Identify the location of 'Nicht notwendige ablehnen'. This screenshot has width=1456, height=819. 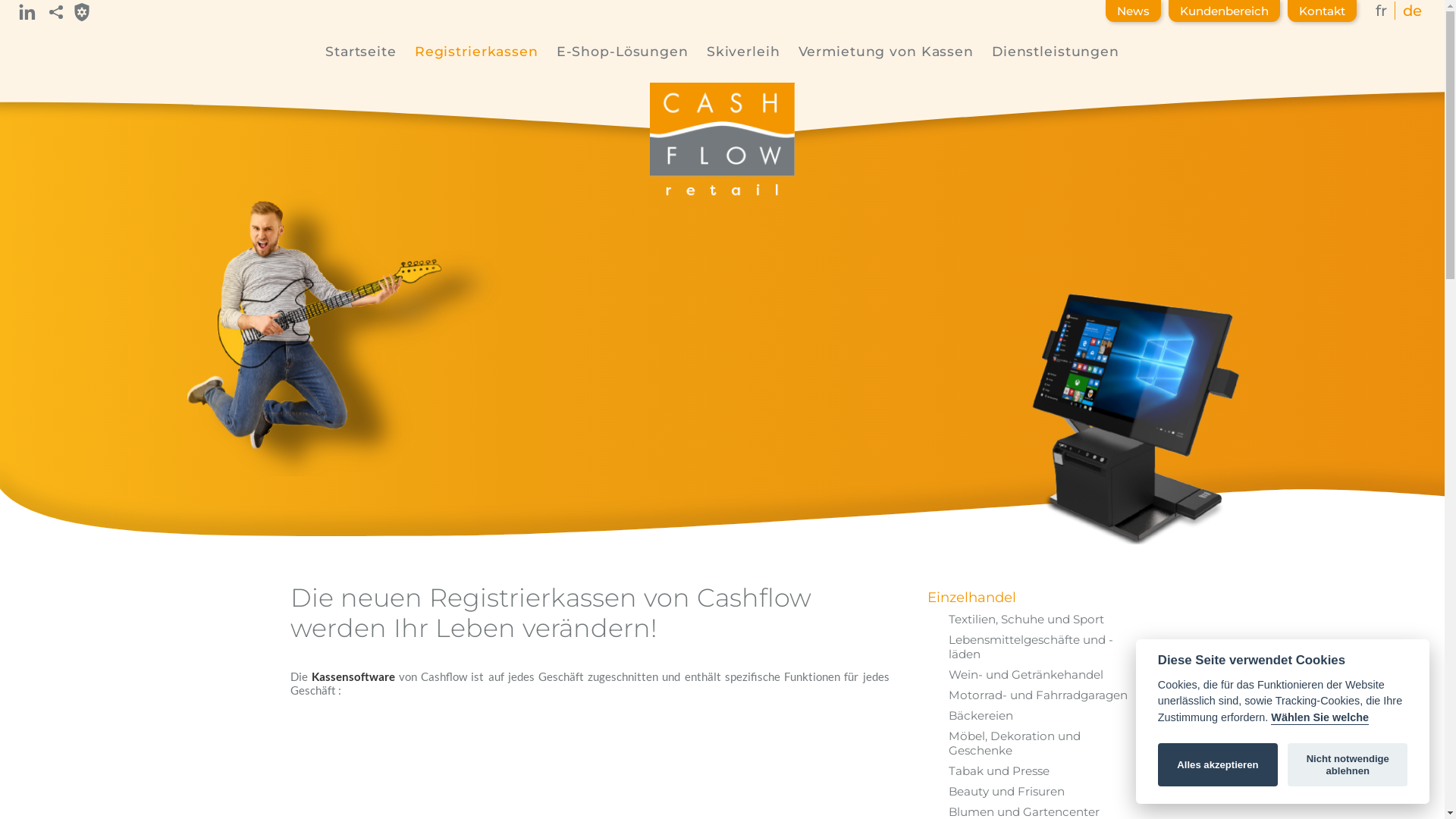
(1347, 765).